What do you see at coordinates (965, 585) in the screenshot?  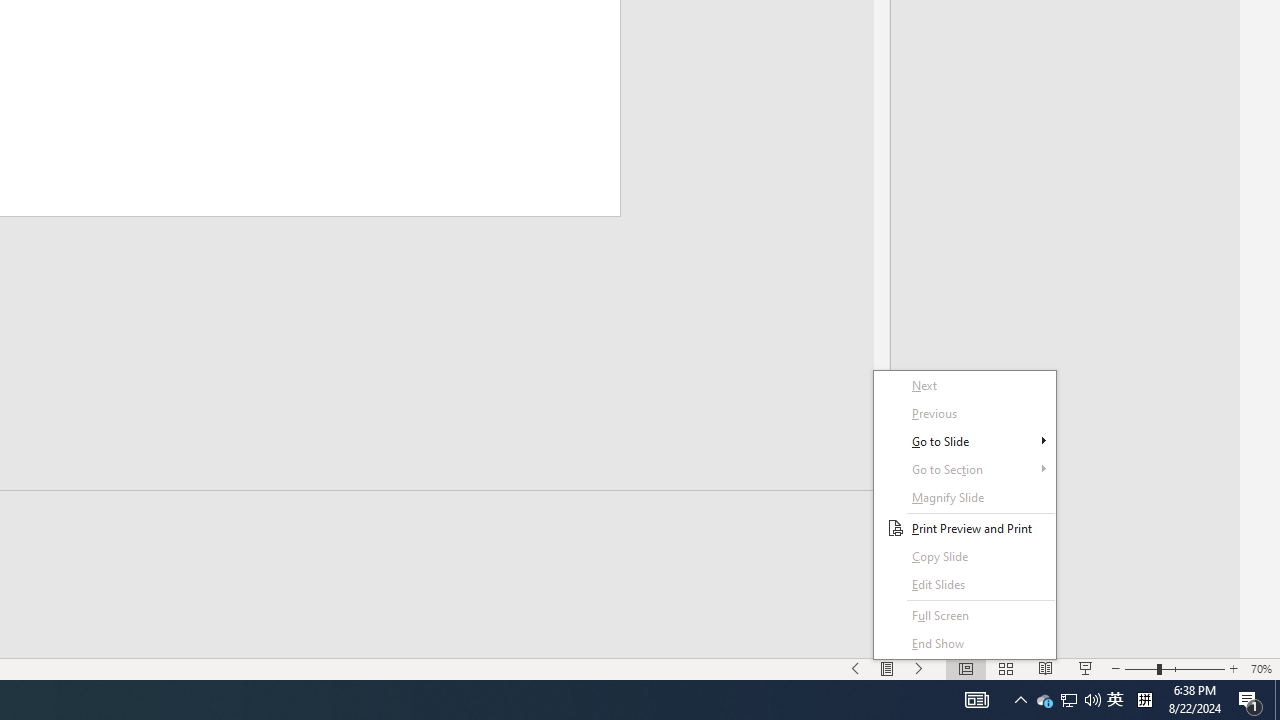 I see `'Copy Slide'` at bounding box center [965, 585].